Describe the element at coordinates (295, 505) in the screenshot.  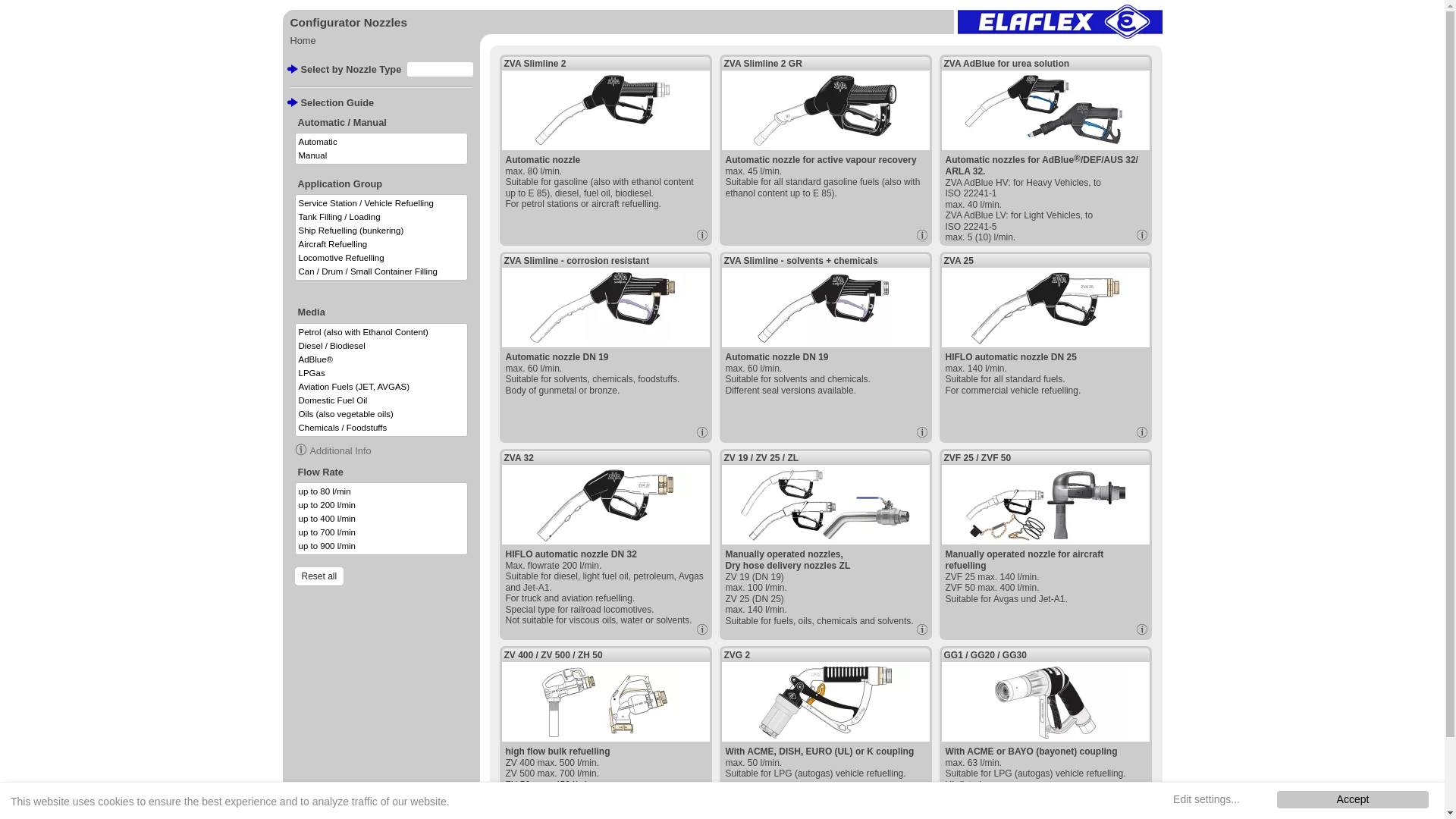
I see `'up to 200 l/min'` at that location.